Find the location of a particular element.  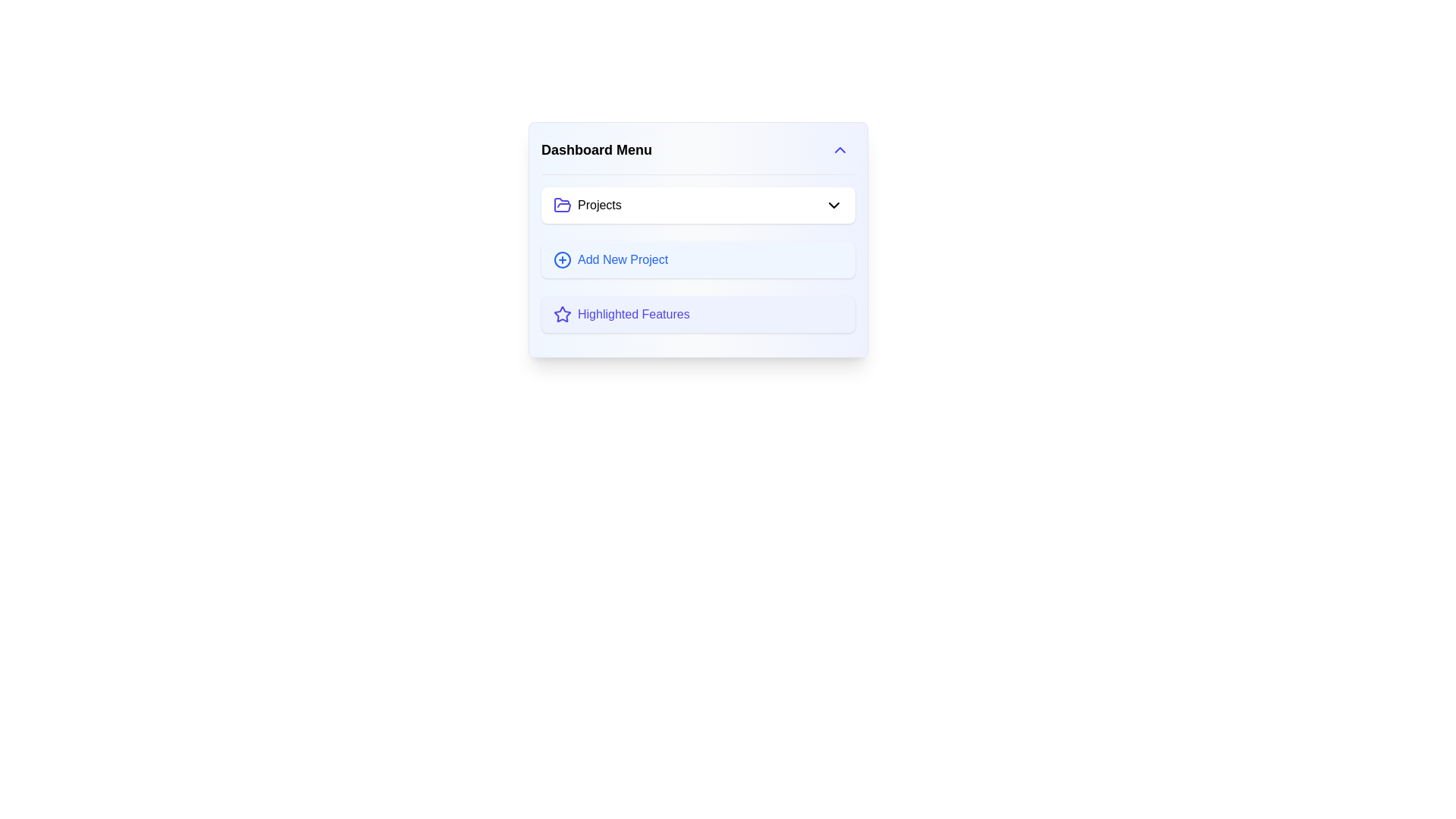

the gray folder icon located to the left of the 'Projects' label in the 'Dashboard Menu' is located at coordinates (562, 205).